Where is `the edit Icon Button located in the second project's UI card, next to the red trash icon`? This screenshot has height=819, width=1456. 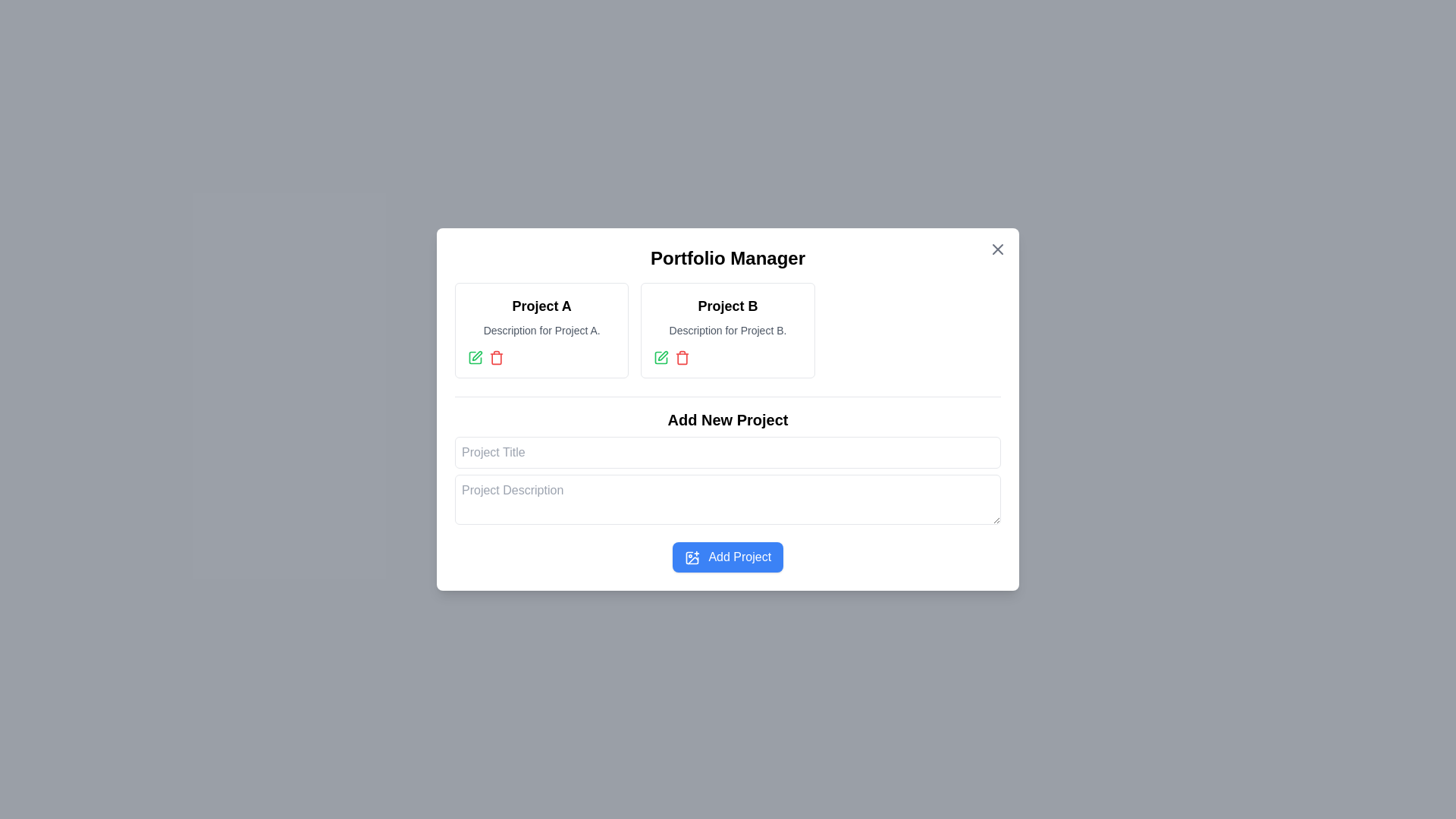 the edit Icon Button located in the second project's UI card, next to the red trash icon is located at coordinates (663, 356).